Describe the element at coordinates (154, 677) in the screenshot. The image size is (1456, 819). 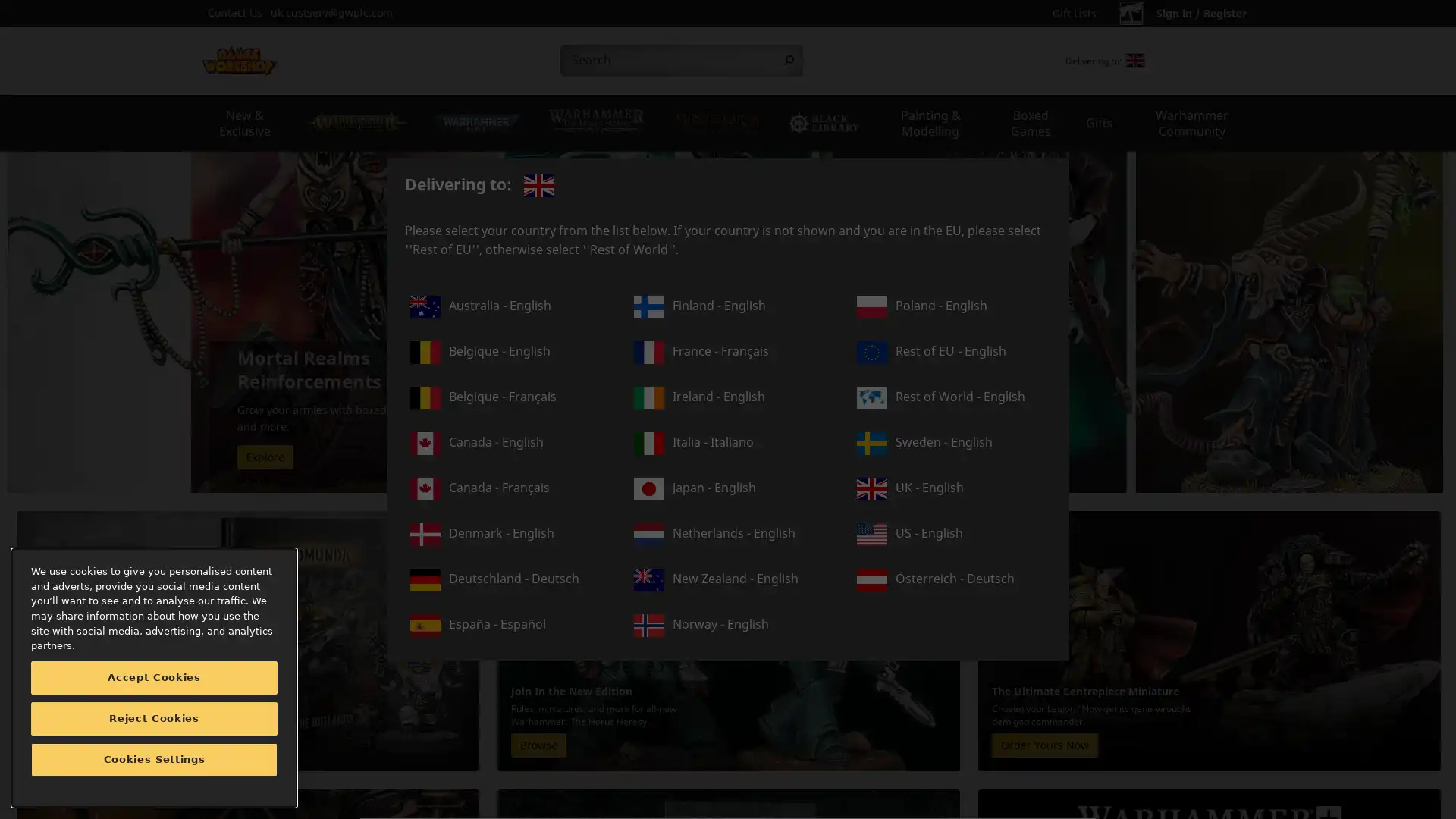
I see `Accept Cookies` at that location.